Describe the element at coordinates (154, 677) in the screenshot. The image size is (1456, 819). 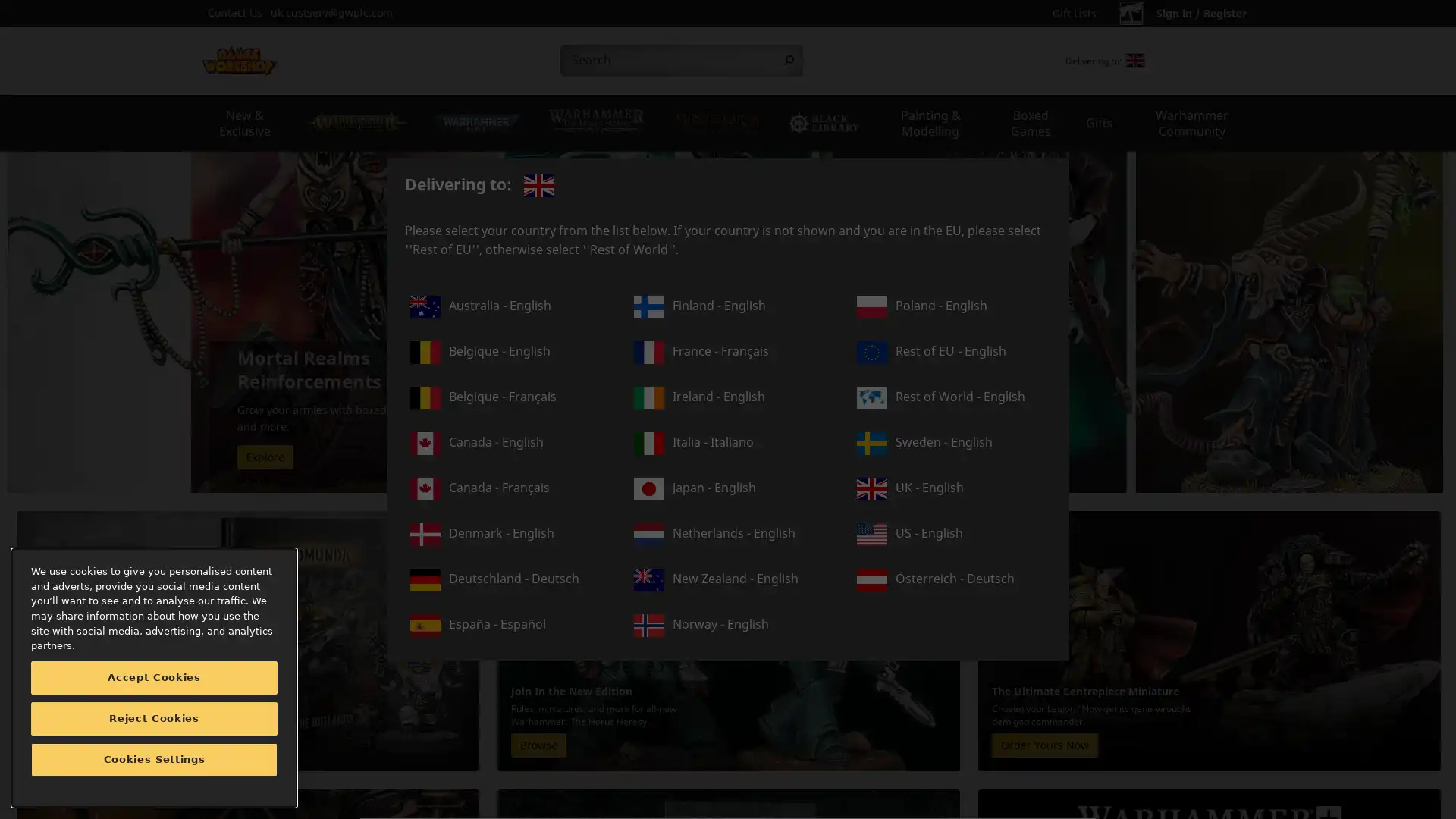
I see `Accept Cookies` at that location.